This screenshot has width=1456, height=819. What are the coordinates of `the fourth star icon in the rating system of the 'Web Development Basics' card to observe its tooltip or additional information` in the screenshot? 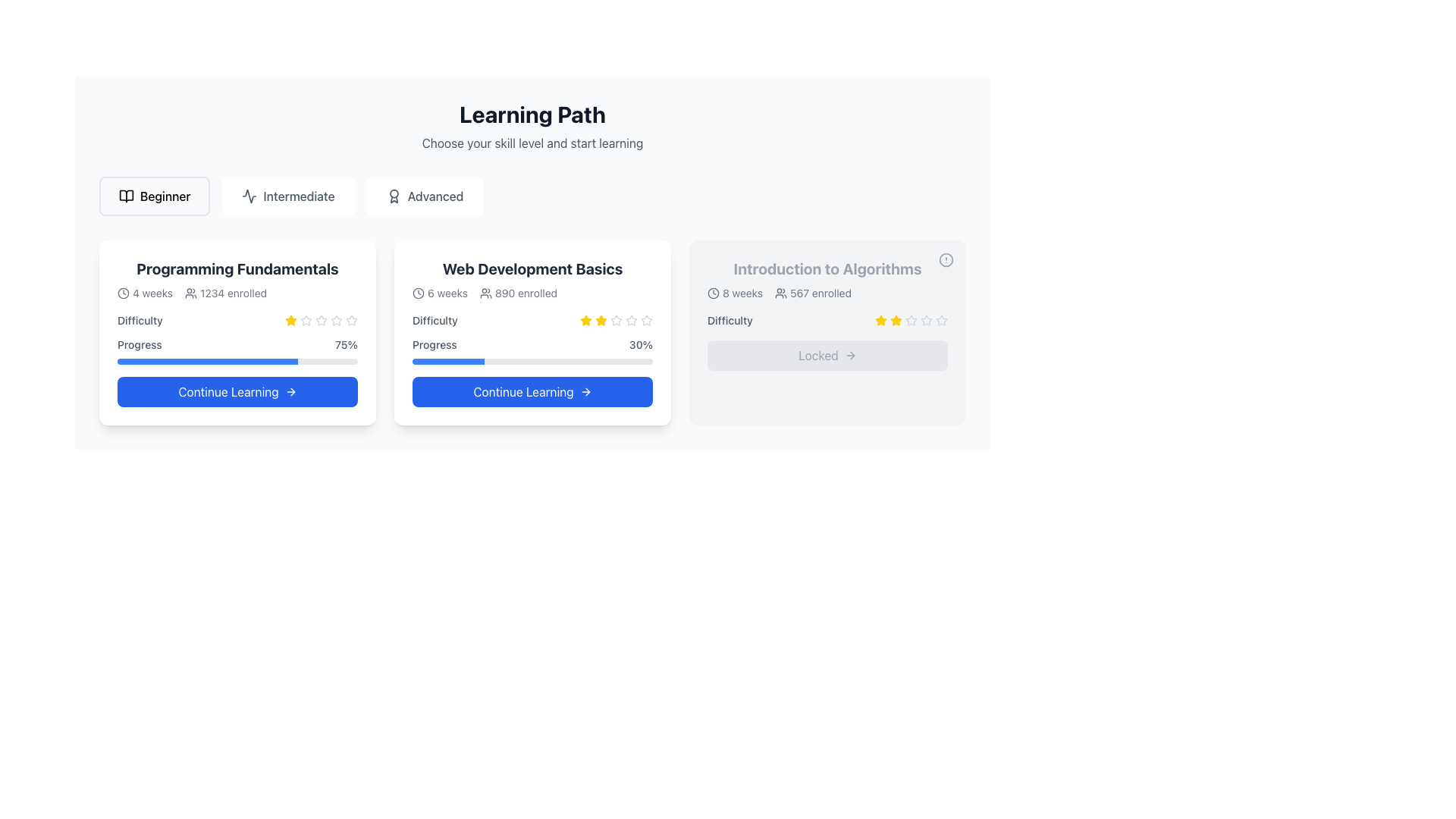 It's located at (616, 320).